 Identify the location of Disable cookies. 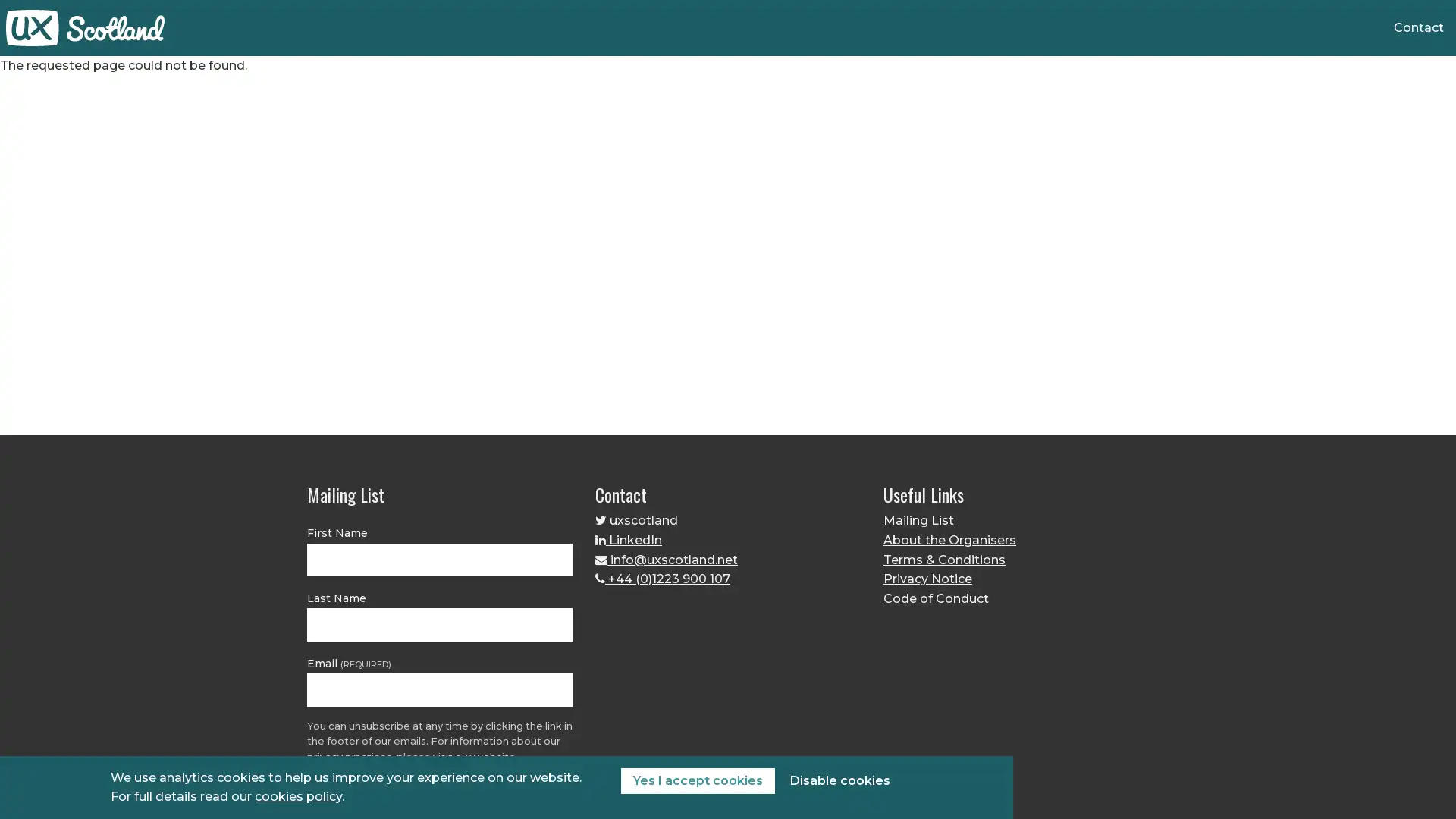
(839, 780).